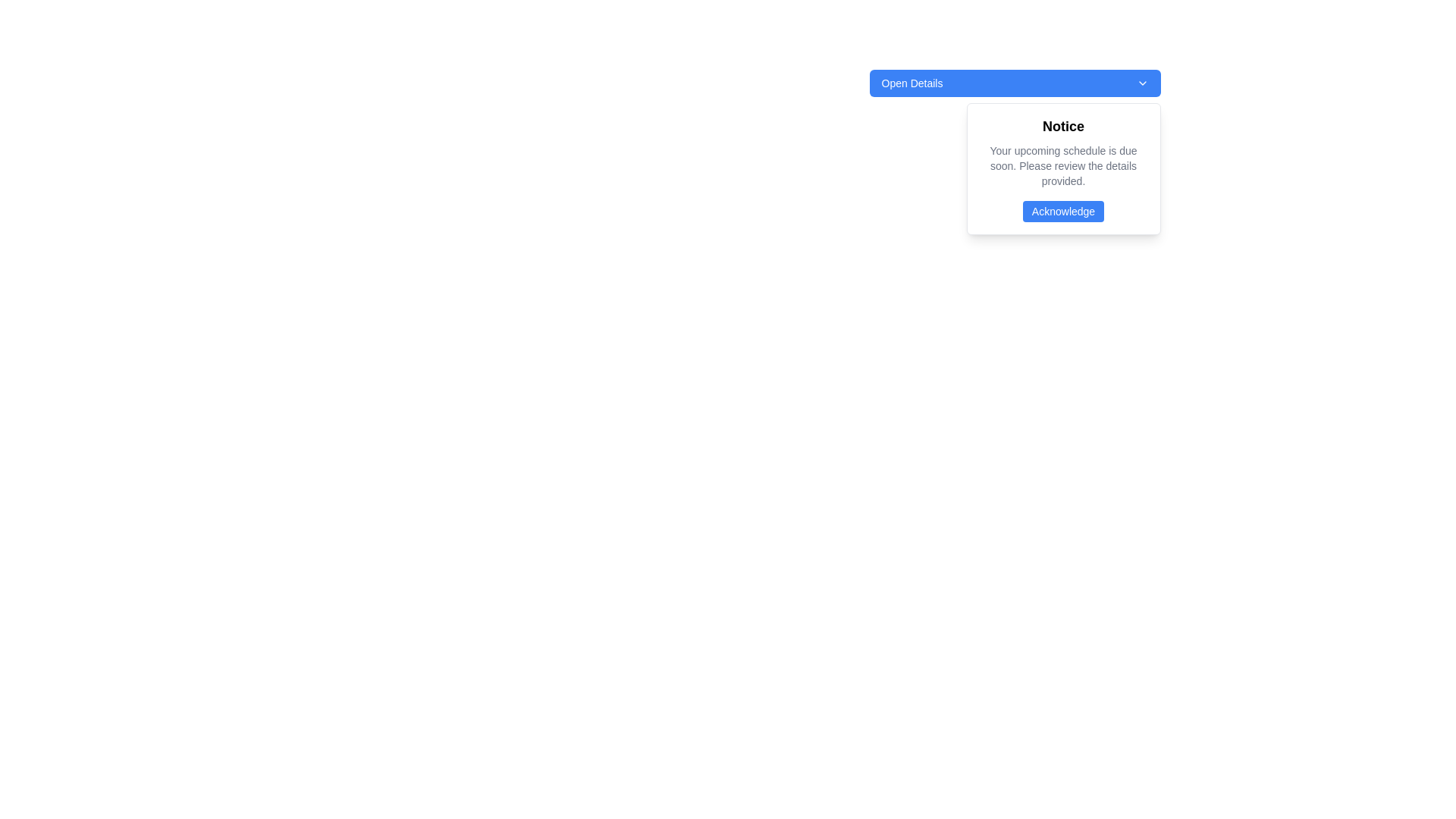  What do you see at coordinates (1062, 211) in the screenshot?
I see `the acknowledgment button located at the bottom of the notification panel titled 'Notice' to confirm the user's acknowledgment of the message` at bounding box center [1062, 211].